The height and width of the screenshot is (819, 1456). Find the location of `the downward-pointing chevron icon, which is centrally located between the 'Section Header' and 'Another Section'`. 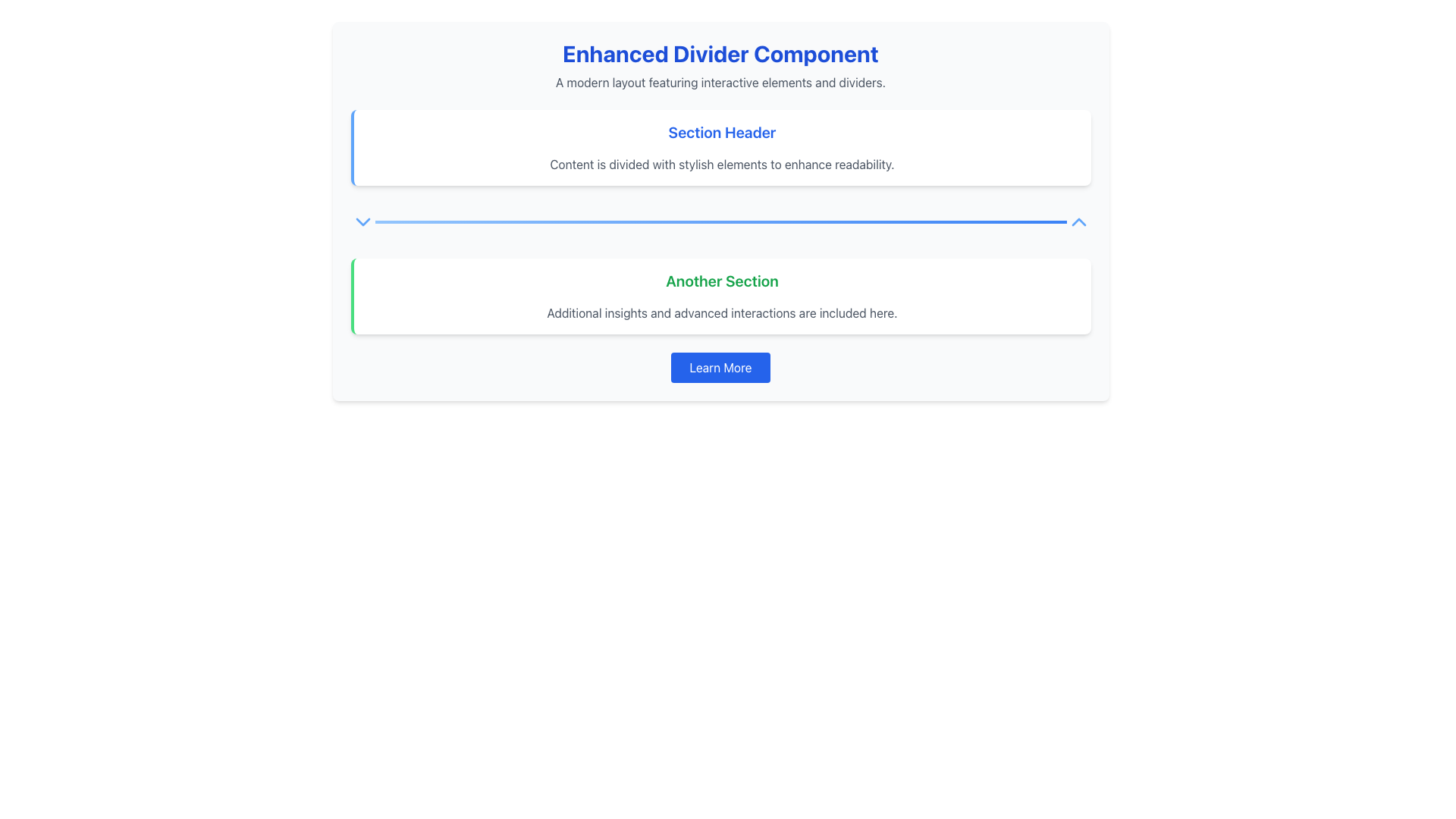

the downward-pointing chevron icon, which is centrally located between the 'Section Header' and 'Another Section' is located at coordinates (362, 222).